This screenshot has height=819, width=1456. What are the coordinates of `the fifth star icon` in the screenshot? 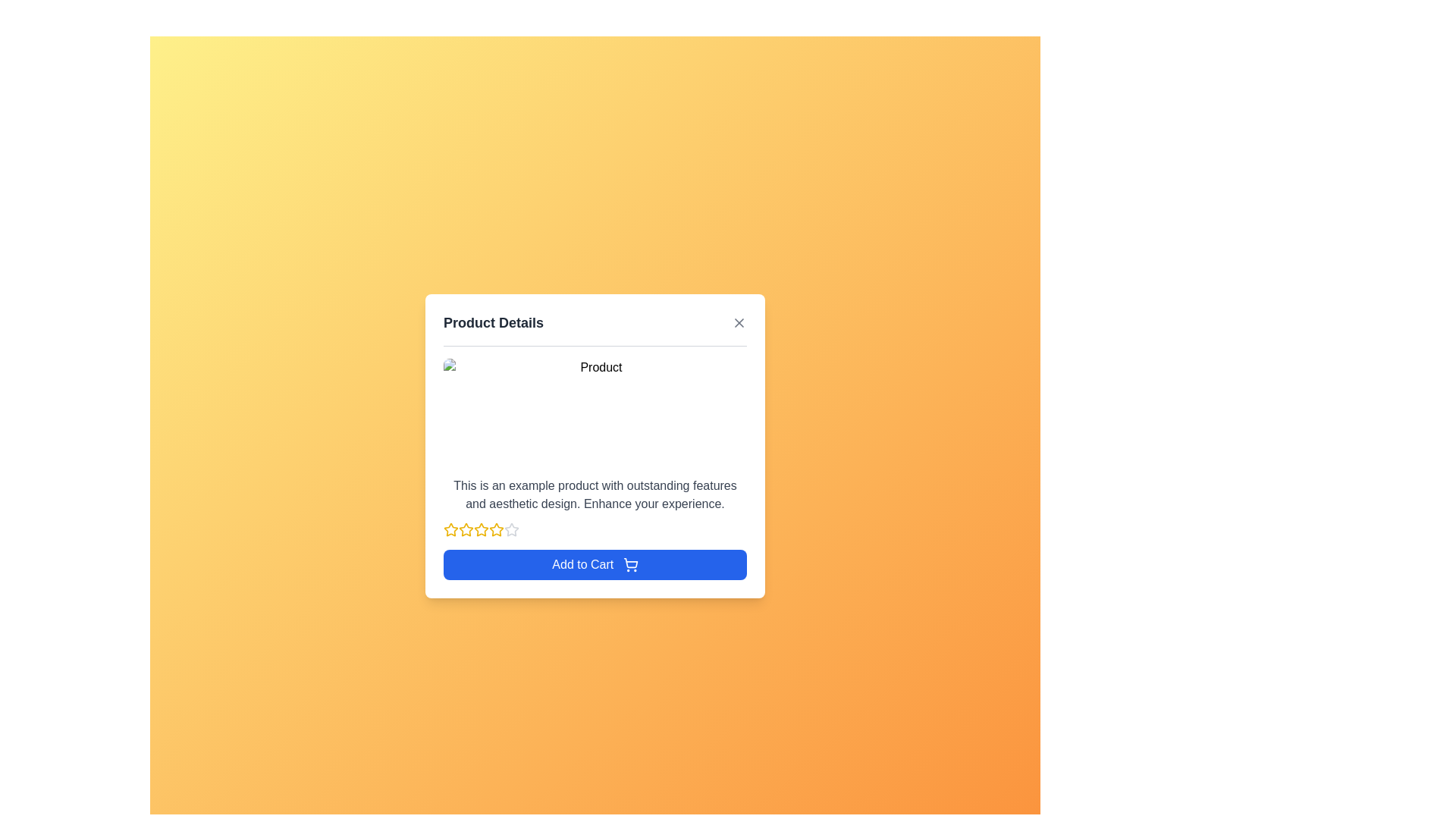 It's located at (480, 529).